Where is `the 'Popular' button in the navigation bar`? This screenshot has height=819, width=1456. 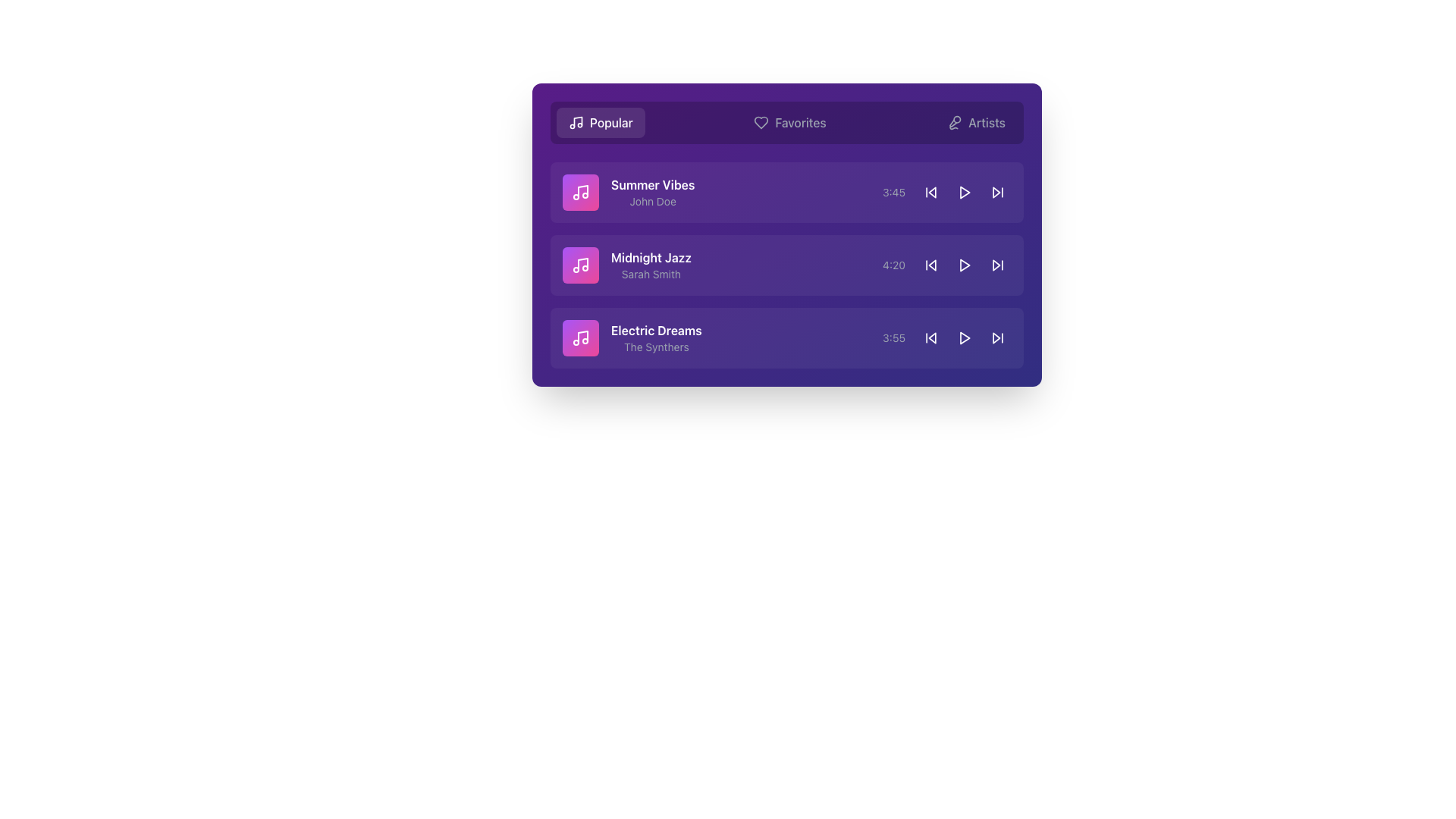
the 'Popular' button in the navigation bar is located at coordinates (600, 122).